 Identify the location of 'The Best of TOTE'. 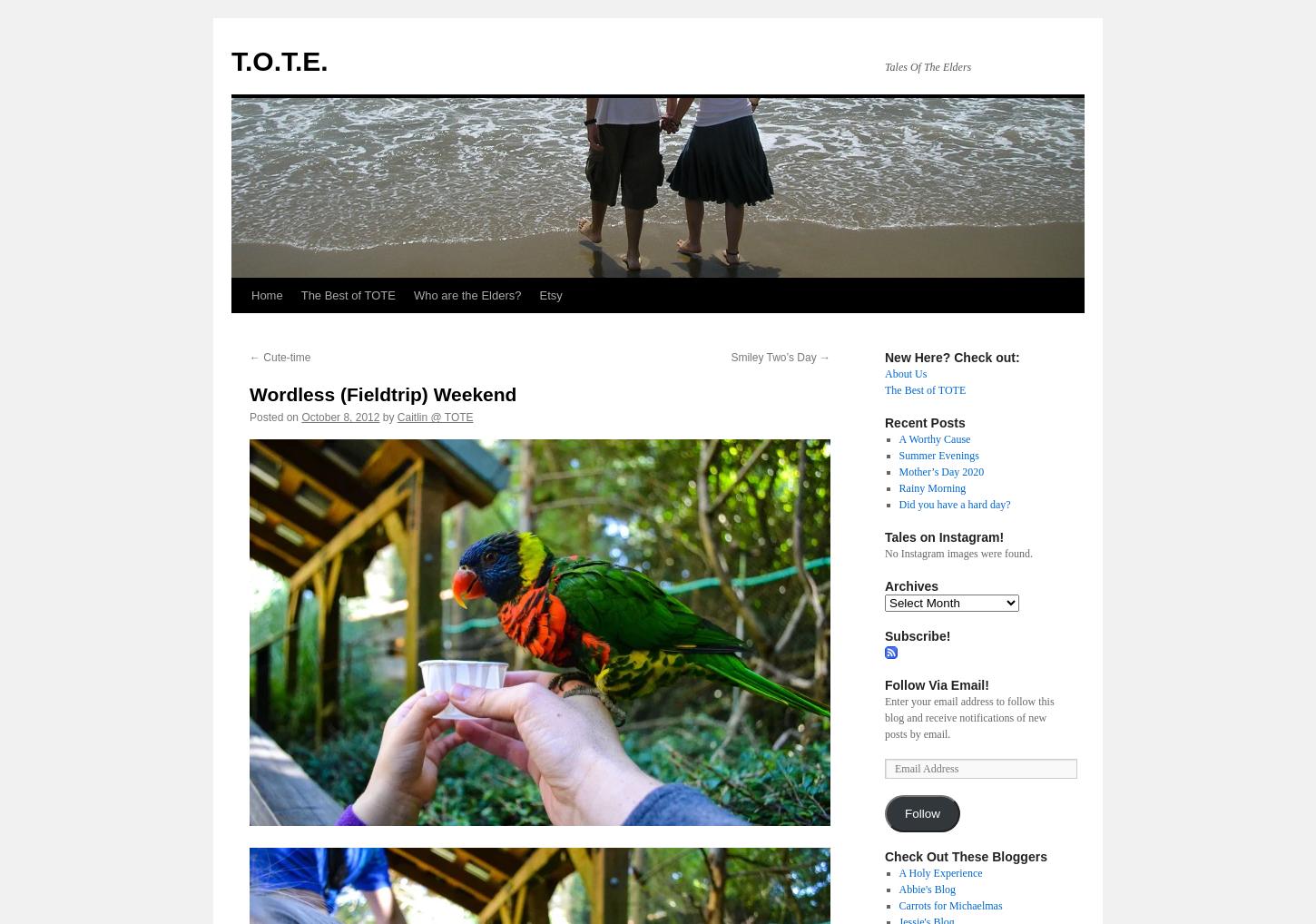
(925, 389).